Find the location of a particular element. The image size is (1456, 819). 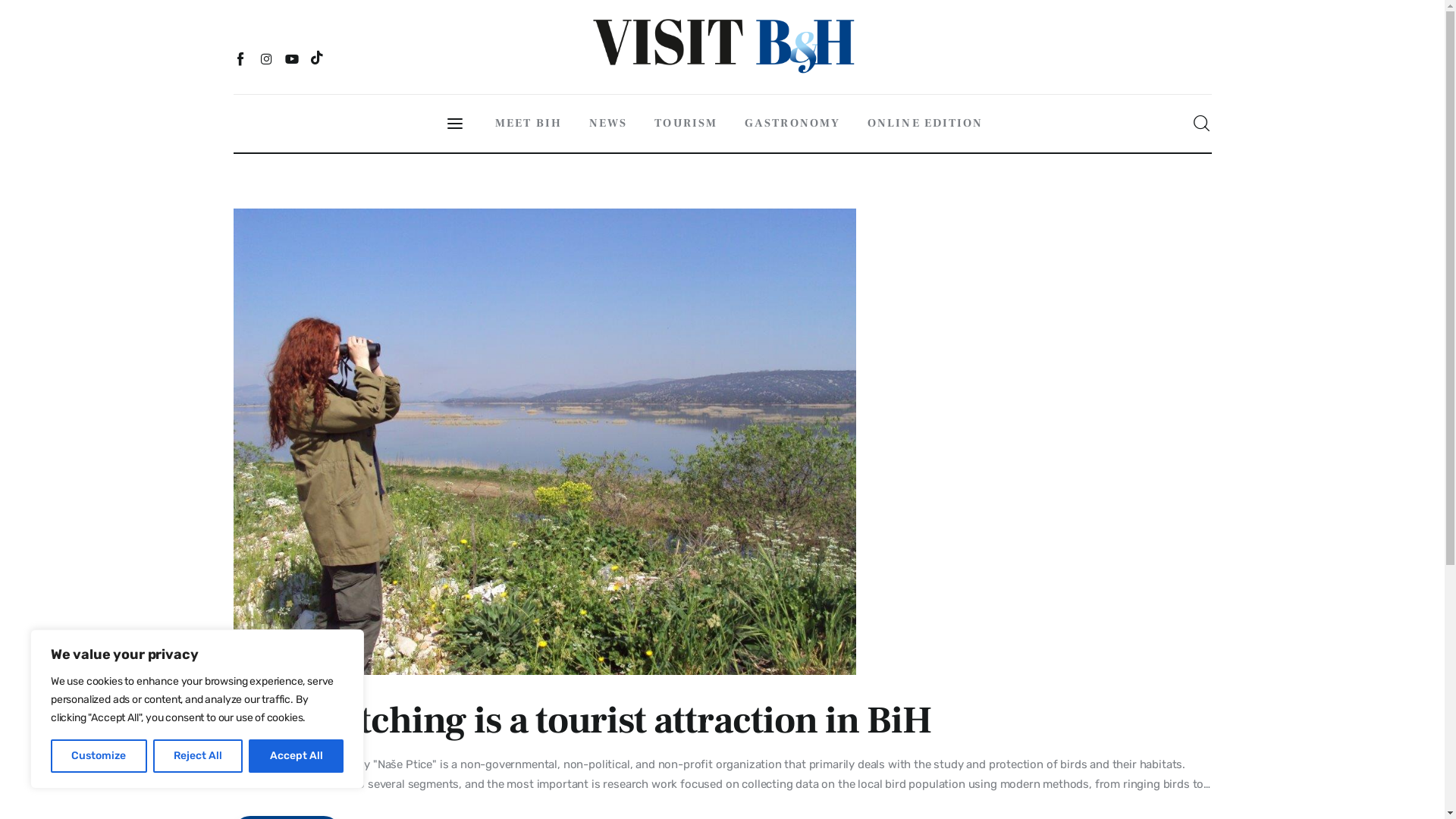

'Customize' is located at coordinates (98, 755).